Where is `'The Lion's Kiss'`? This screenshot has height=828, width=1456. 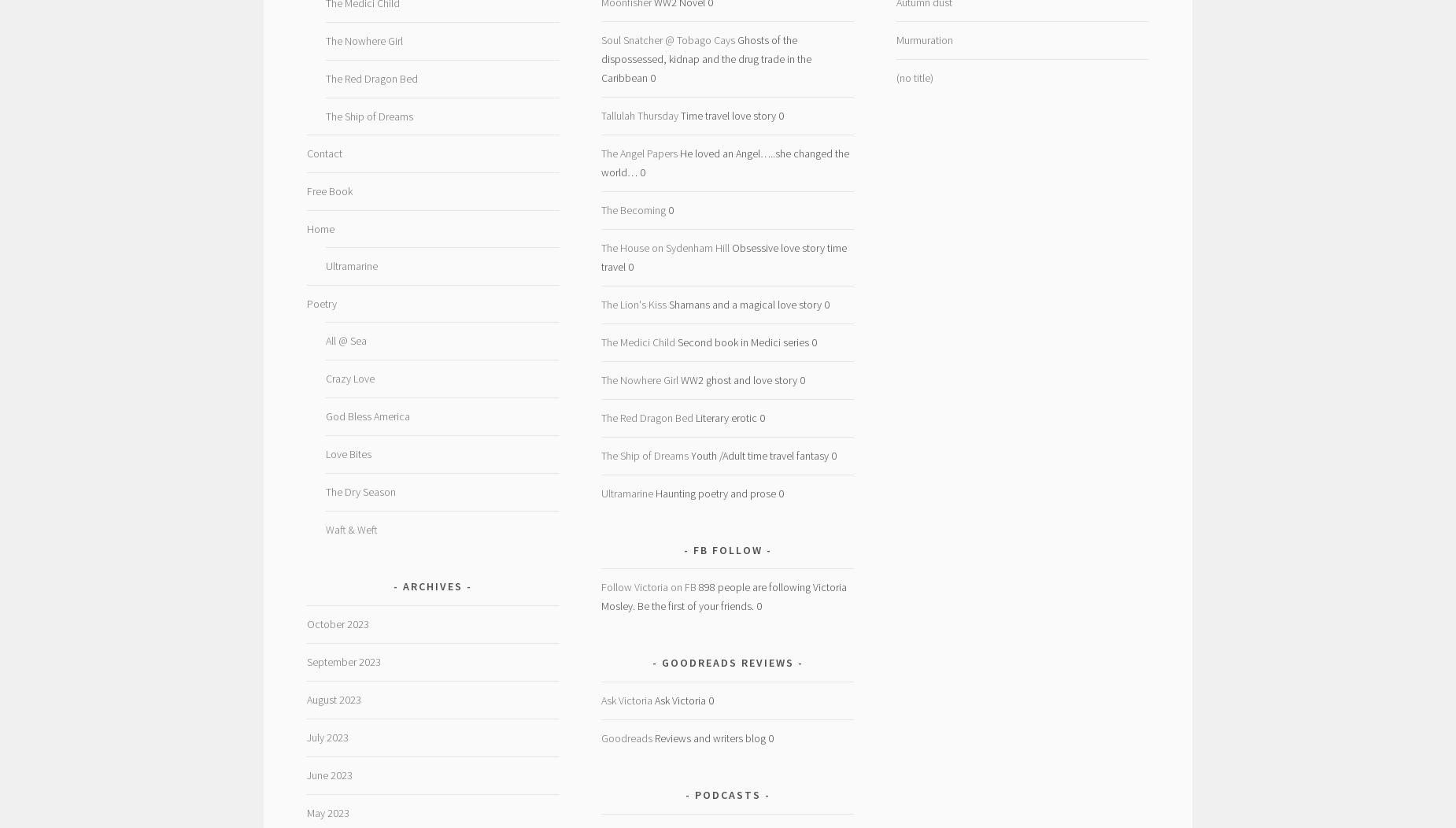
'The Lion's Kiss' is located at coordinates (601, 303).